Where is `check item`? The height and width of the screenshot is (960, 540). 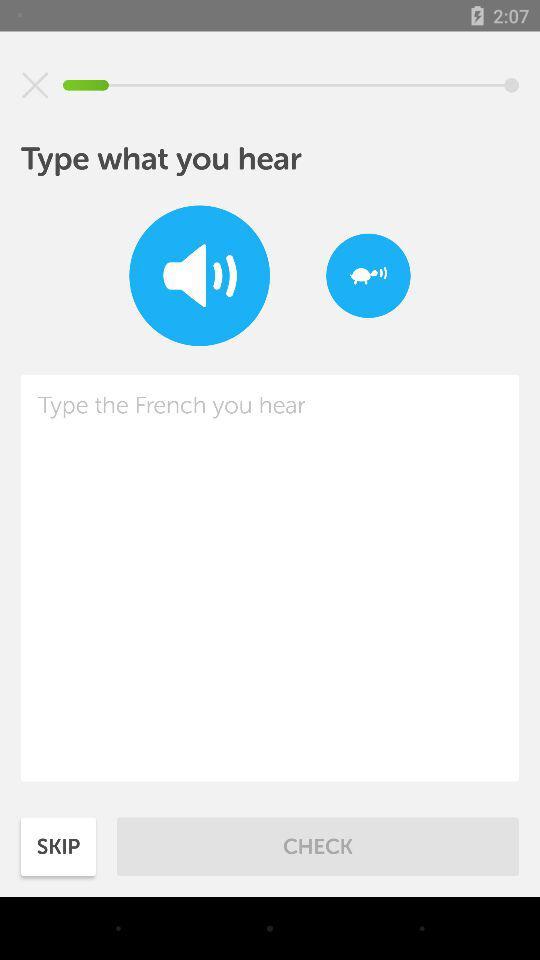 check item is located at coordinates (318, 845).